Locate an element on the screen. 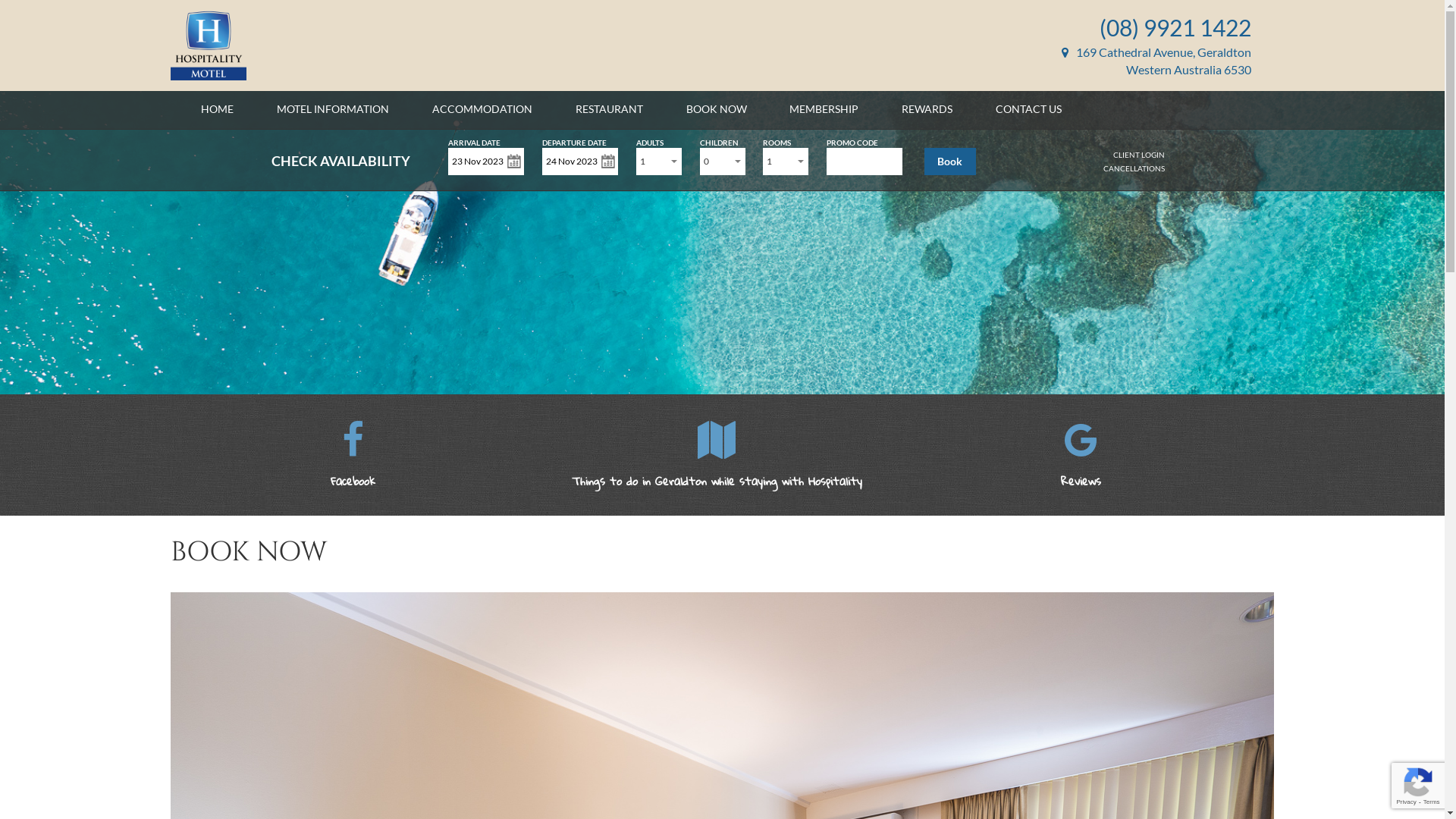 This screenshot has width=1456, height=819. 'REWARDS' is located at coordinates (926, 108).